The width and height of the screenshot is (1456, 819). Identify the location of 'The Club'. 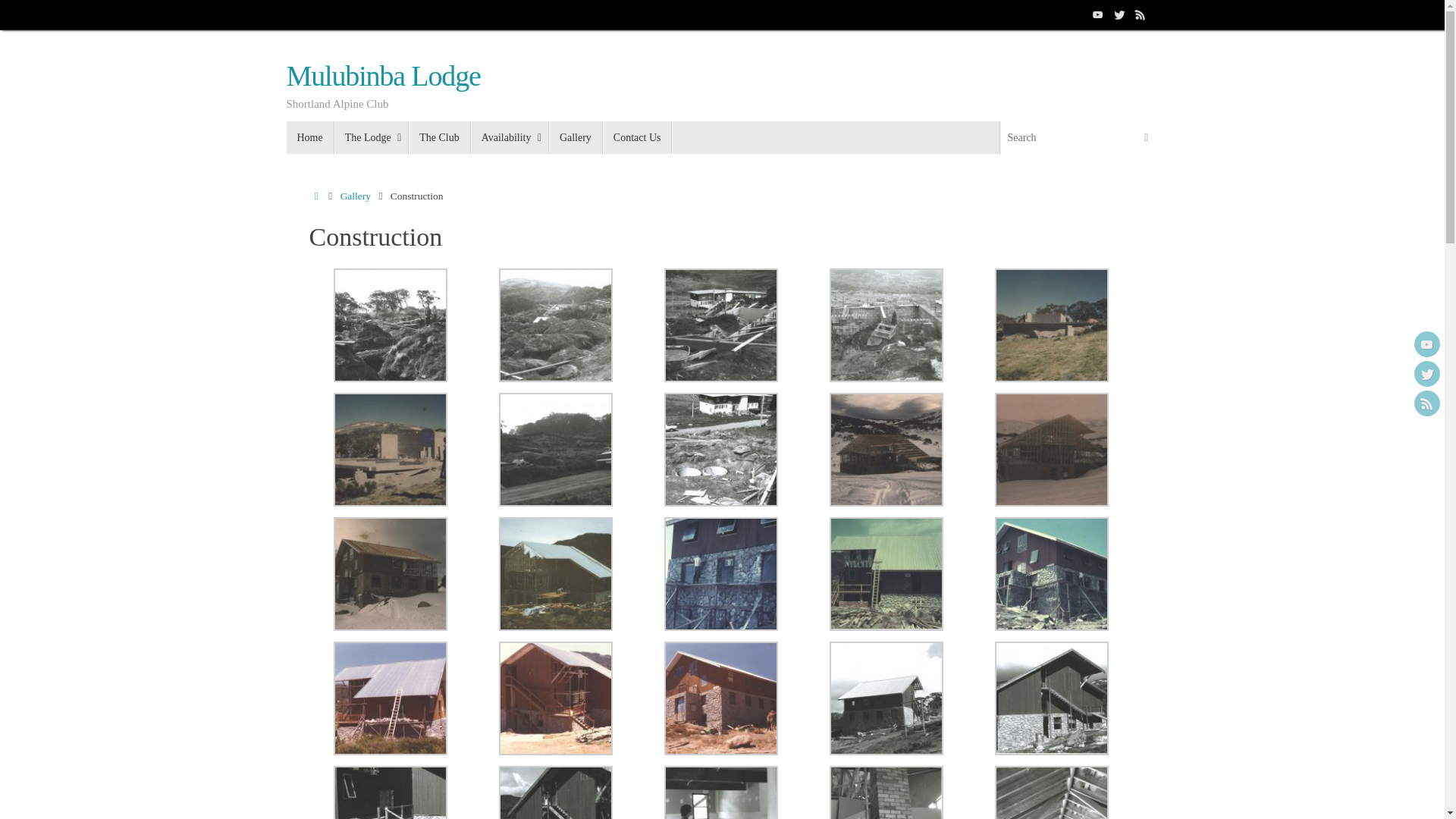
(439, 137).